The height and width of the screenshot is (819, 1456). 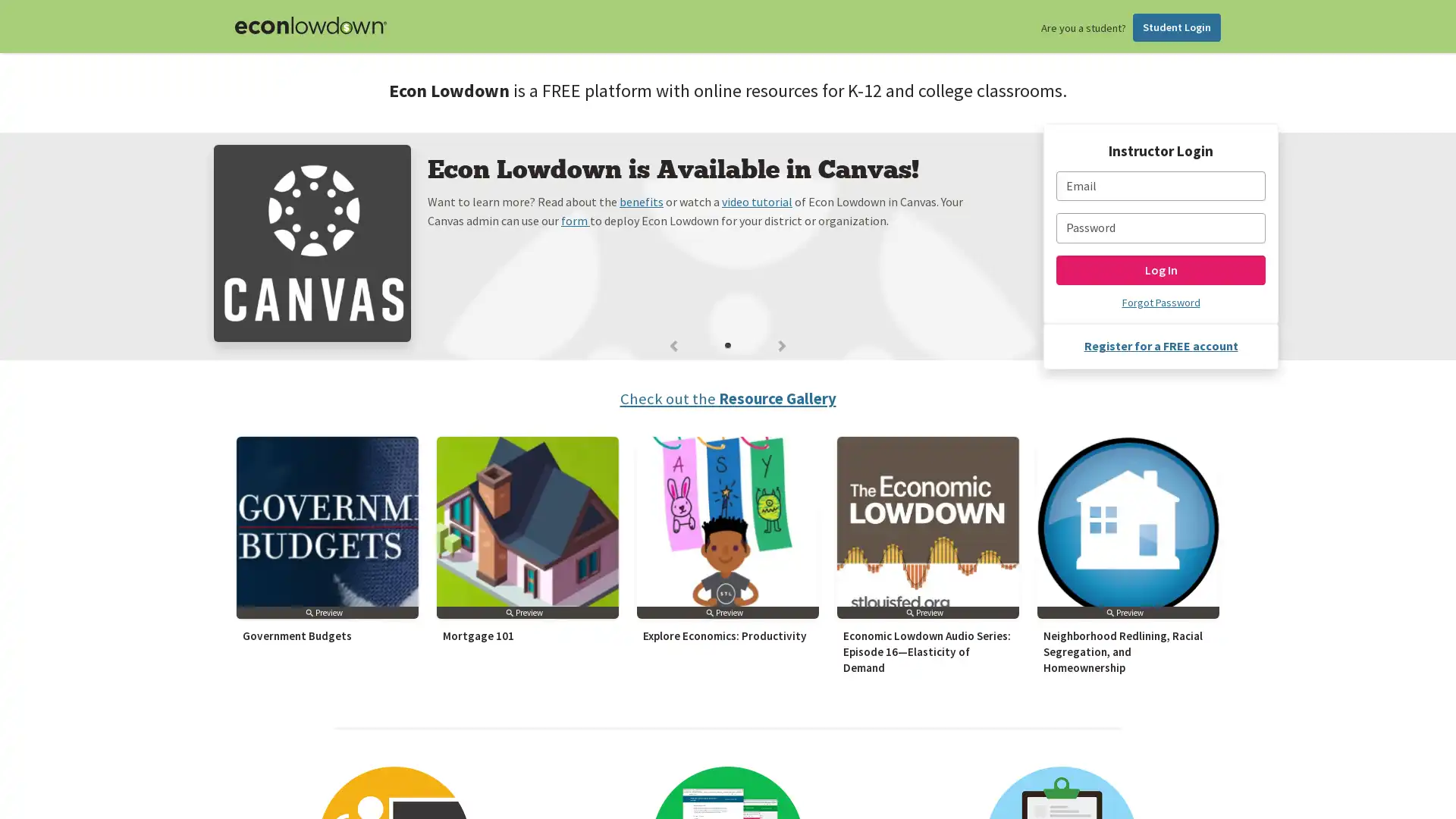 I want to click on Next, so click(x=782, y=345).